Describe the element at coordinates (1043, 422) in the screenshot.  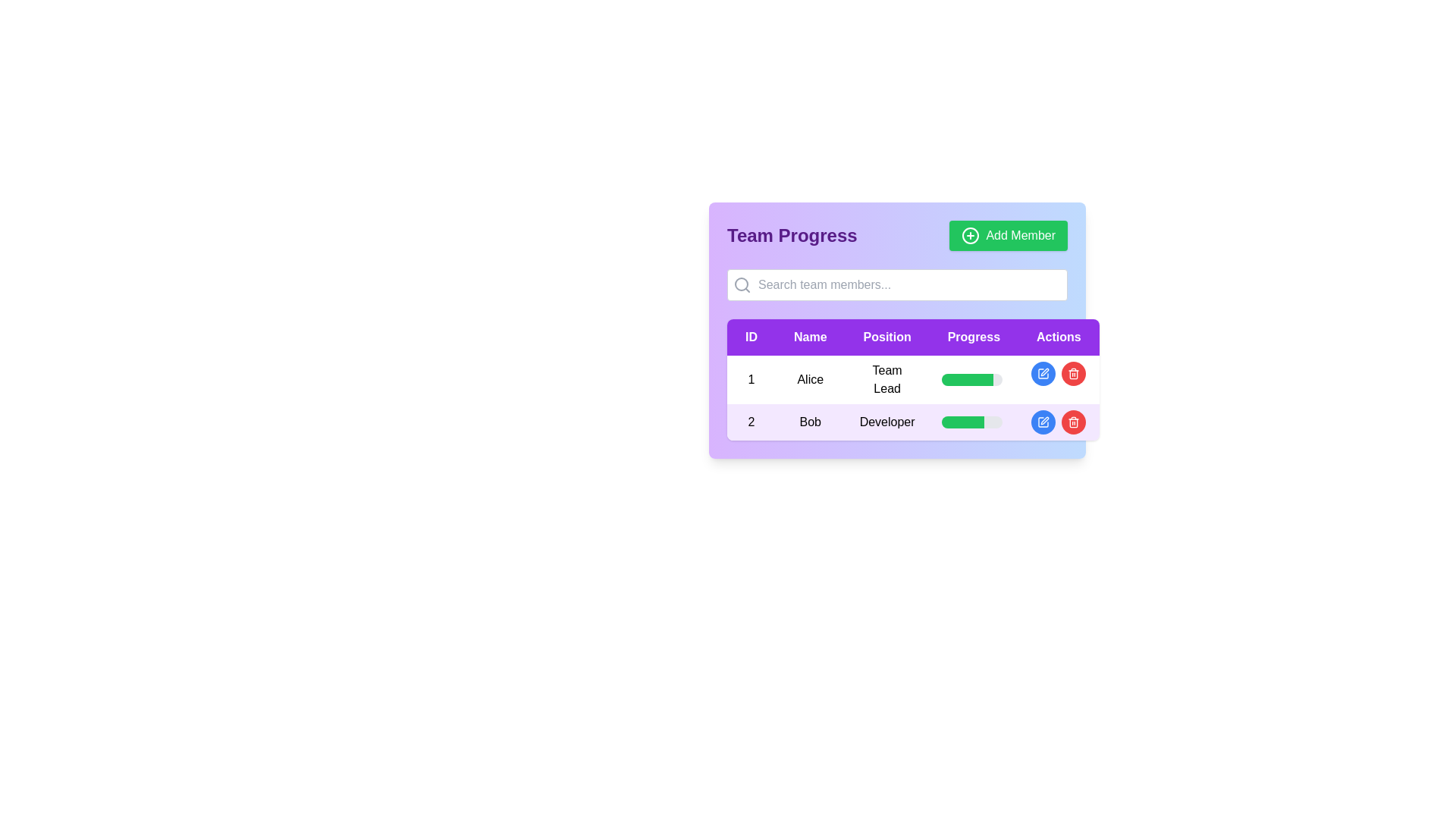
I see `the edit button icon located in the 'Actions' column of the second row for 'Bob, Developer'` at that location.